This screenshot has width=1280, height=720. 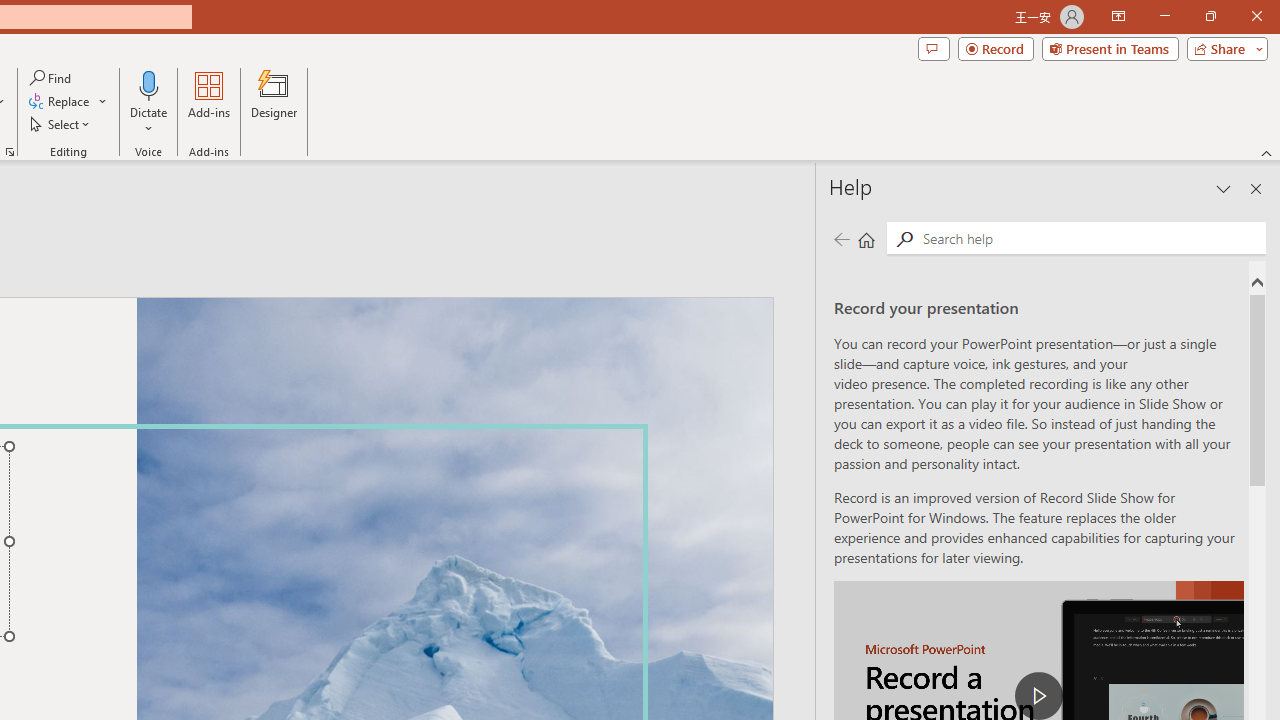 What do you see at coordinates (148, 103) in the screenshot?
I see `'Dictate'` at bounding box center [148, 103].